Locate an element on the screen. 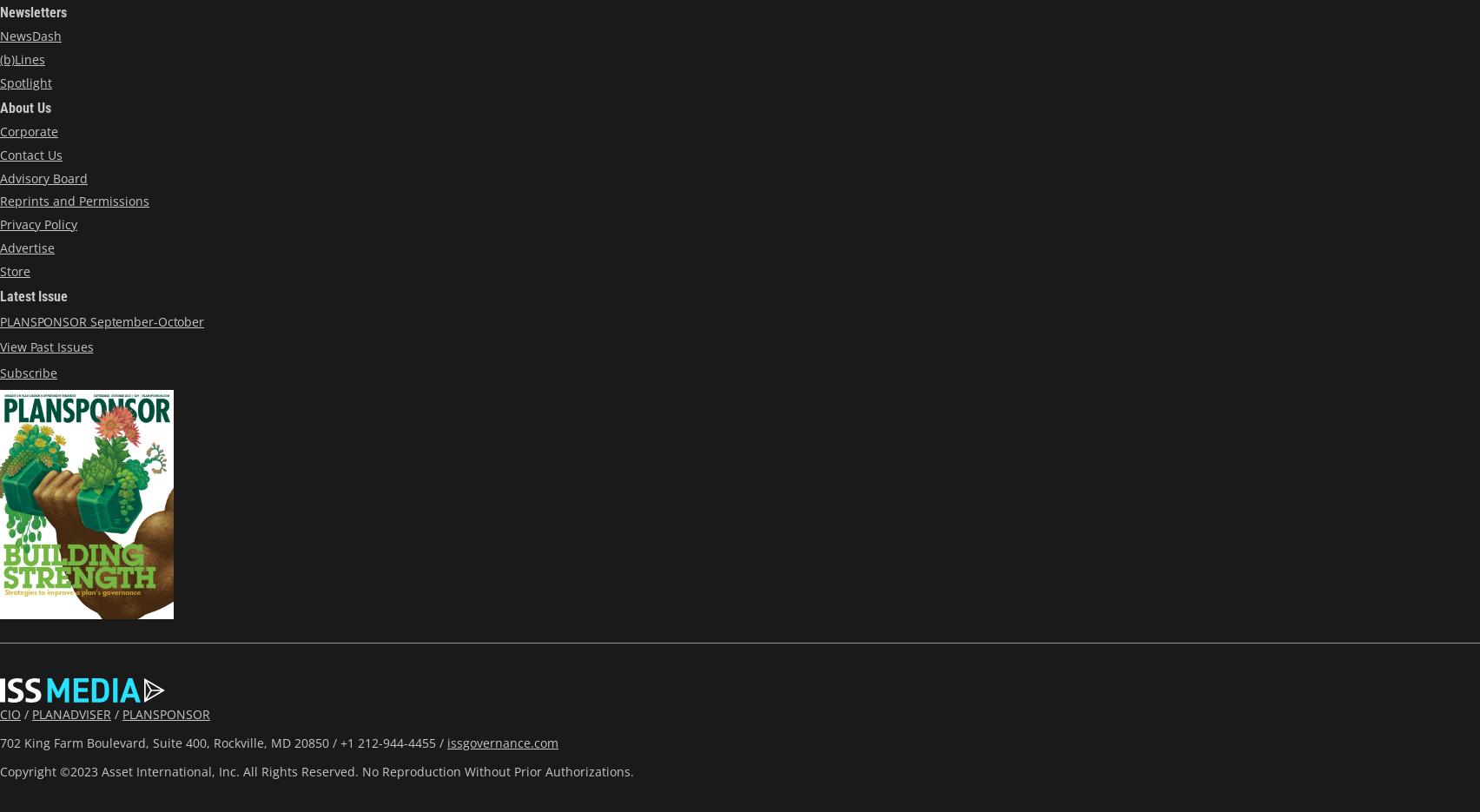  'Newsletters' is located at coordinates (33, 11).